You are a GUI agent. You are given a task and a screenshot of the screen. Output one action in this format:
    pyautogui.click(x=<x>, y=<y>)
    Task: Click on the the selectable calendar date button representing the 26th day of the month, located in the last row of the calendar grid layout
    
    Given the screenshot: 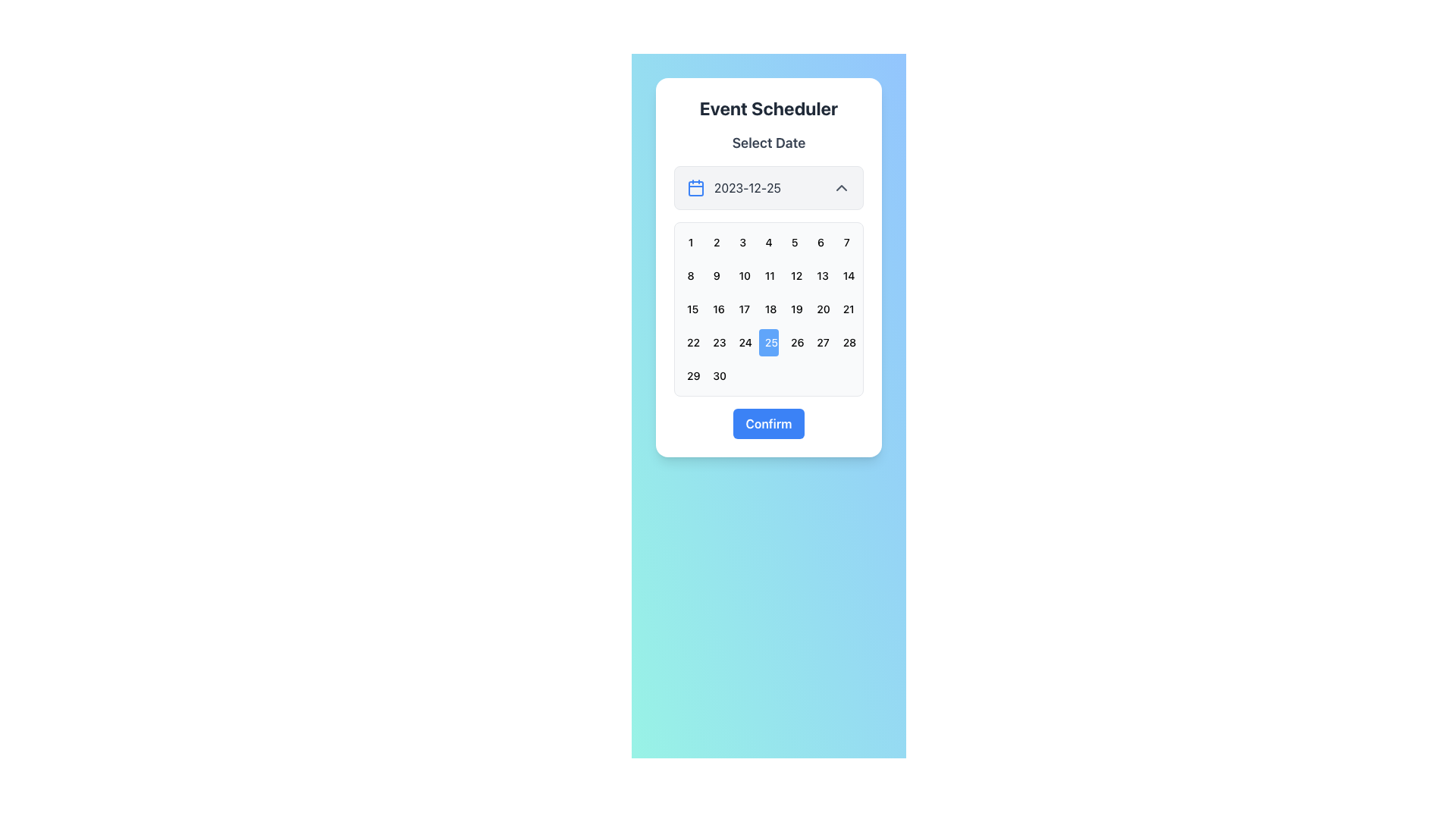 What is the action you would take?
    pyautogui.click(x=794, y=342)
    